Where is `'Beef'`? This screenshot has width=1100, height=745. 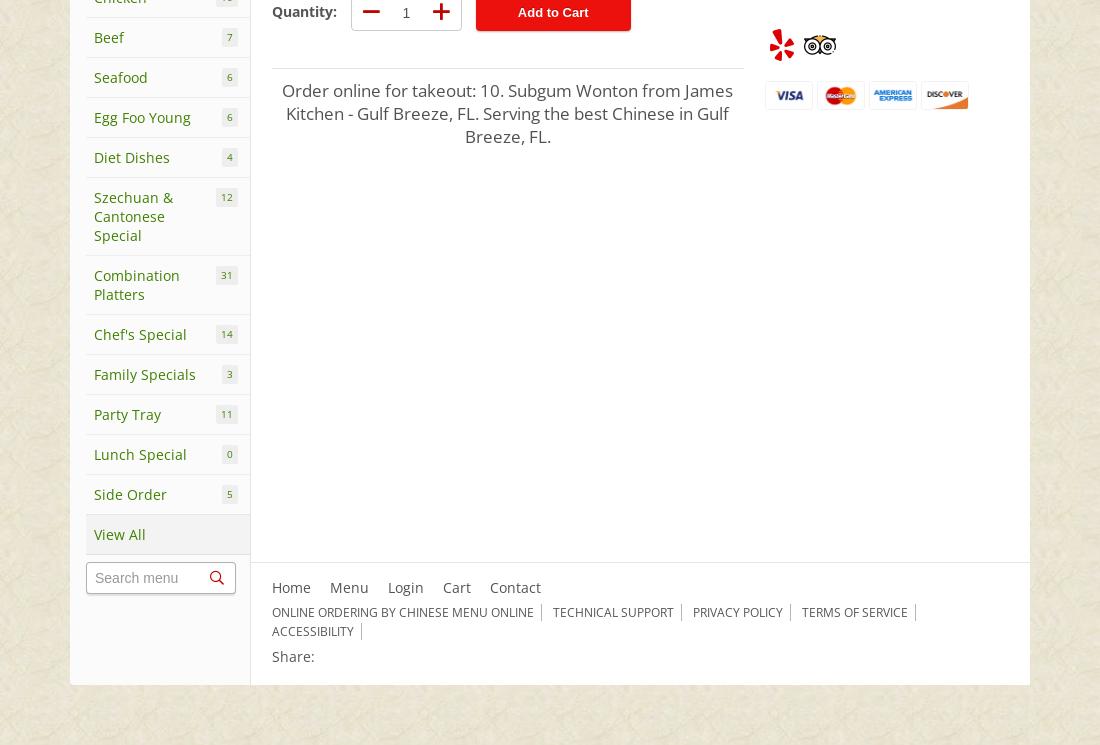 'Beef' is located at coordinates (109, 36).